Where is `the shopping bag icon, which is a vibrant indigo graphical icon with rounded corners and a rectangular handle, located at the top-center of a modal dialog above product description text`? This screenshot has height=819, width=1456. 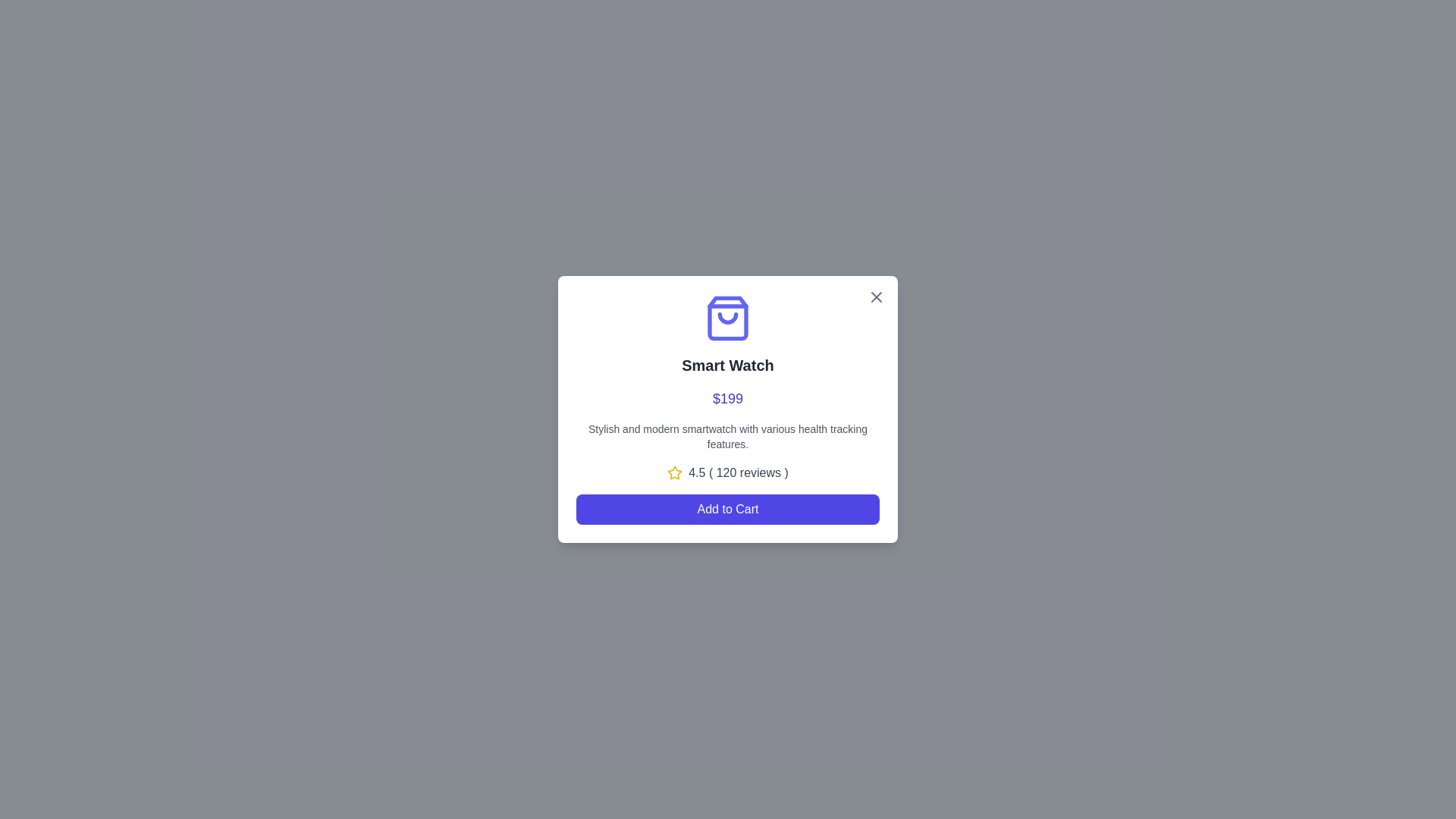
the shopping bag icon, which is a vibrant indigo graphical icon with rounded corners and a rectangular handle, located at the top-center of a modal dialog above product description text is located at coordinates (728, 318).